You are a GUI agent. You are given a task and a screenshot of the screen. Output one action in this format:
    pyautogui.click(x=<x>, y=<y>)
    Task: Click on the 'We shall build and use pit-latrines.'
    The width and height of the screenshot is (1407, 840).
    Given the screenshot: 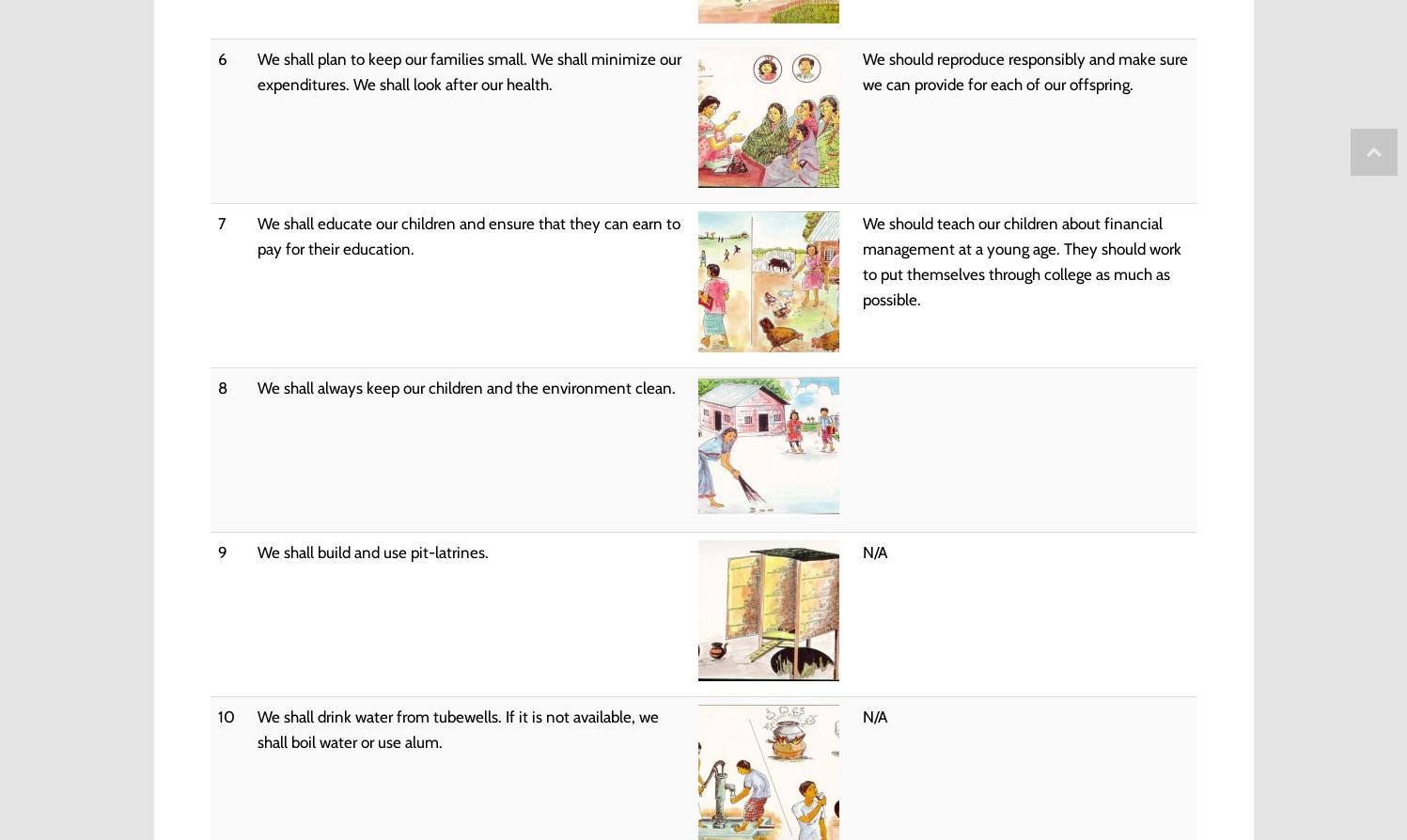 What is the action you would take?
    pyautogui.click(x=370, y=552)
    